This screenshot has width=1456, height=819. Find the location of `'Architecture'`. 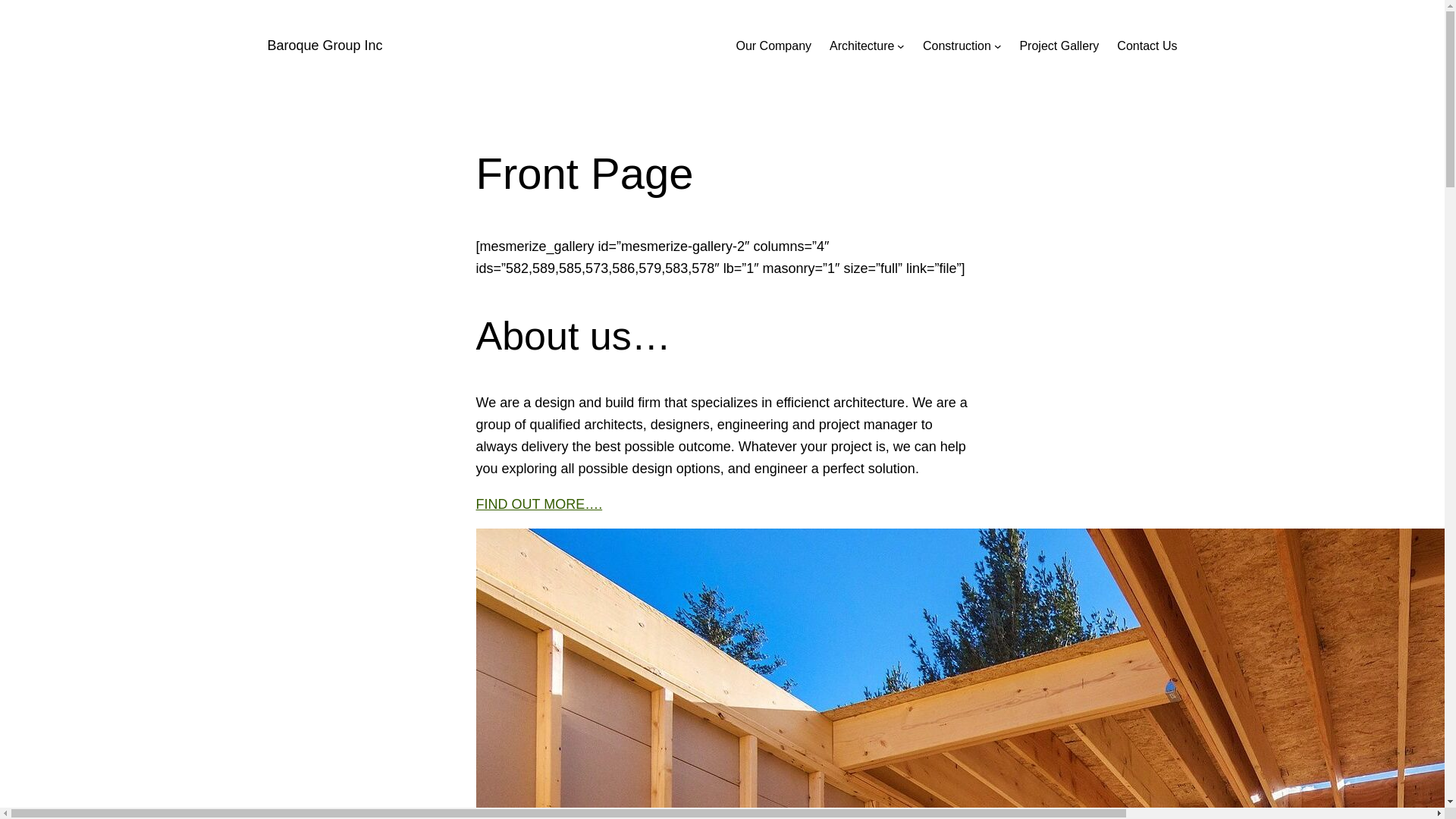

'Architecture' is located at coordinates (861, 45).